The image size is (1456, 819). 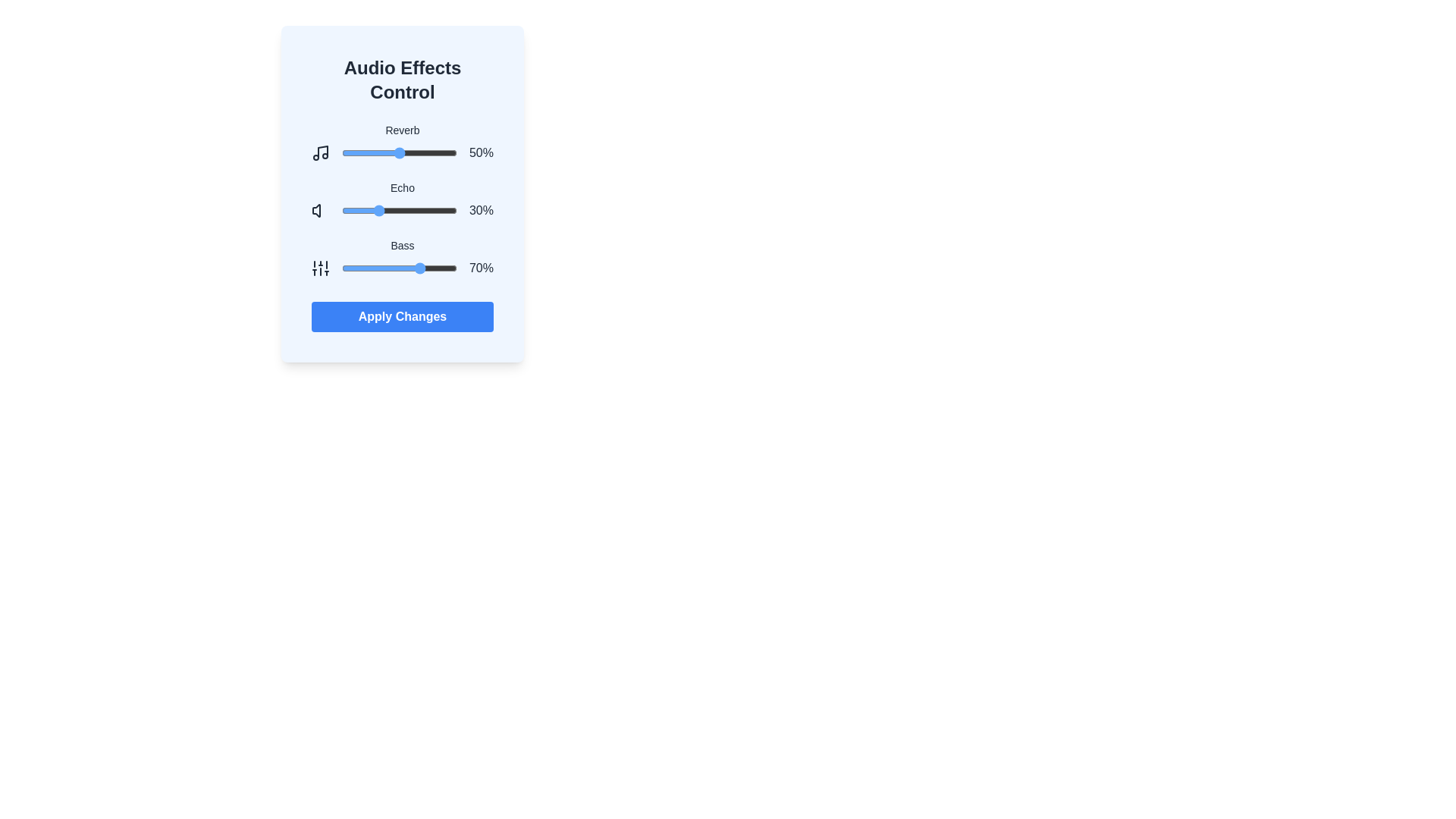 I want to click on the blue-themed slider control indicating a value of 30 out of 100, so click(x=400, y=210).